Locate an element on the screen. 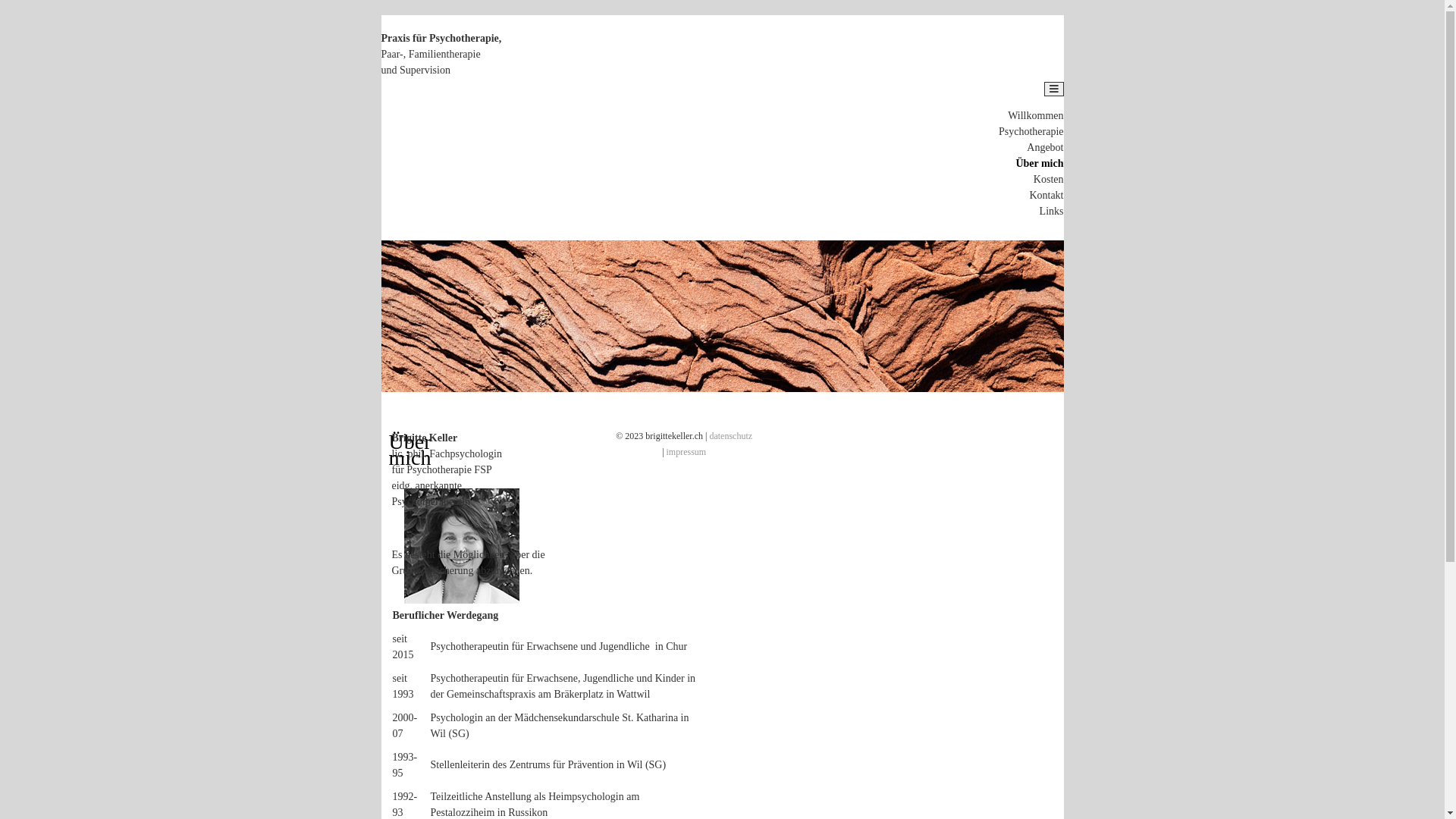  'datenschutz' is located at coordinates (708, 435).